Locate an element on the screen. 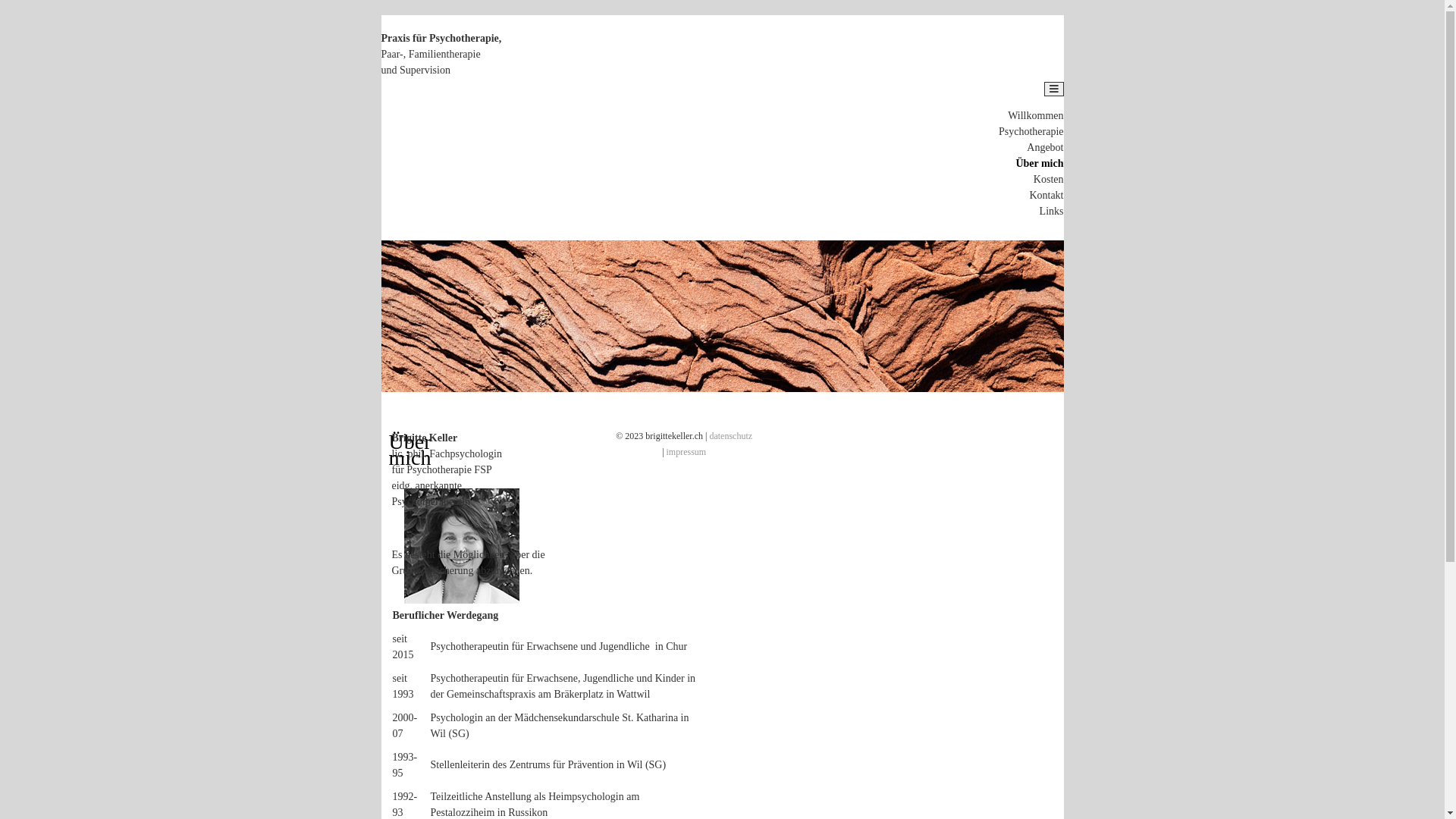  'datenschutz' is located at coordinates (708, 435).